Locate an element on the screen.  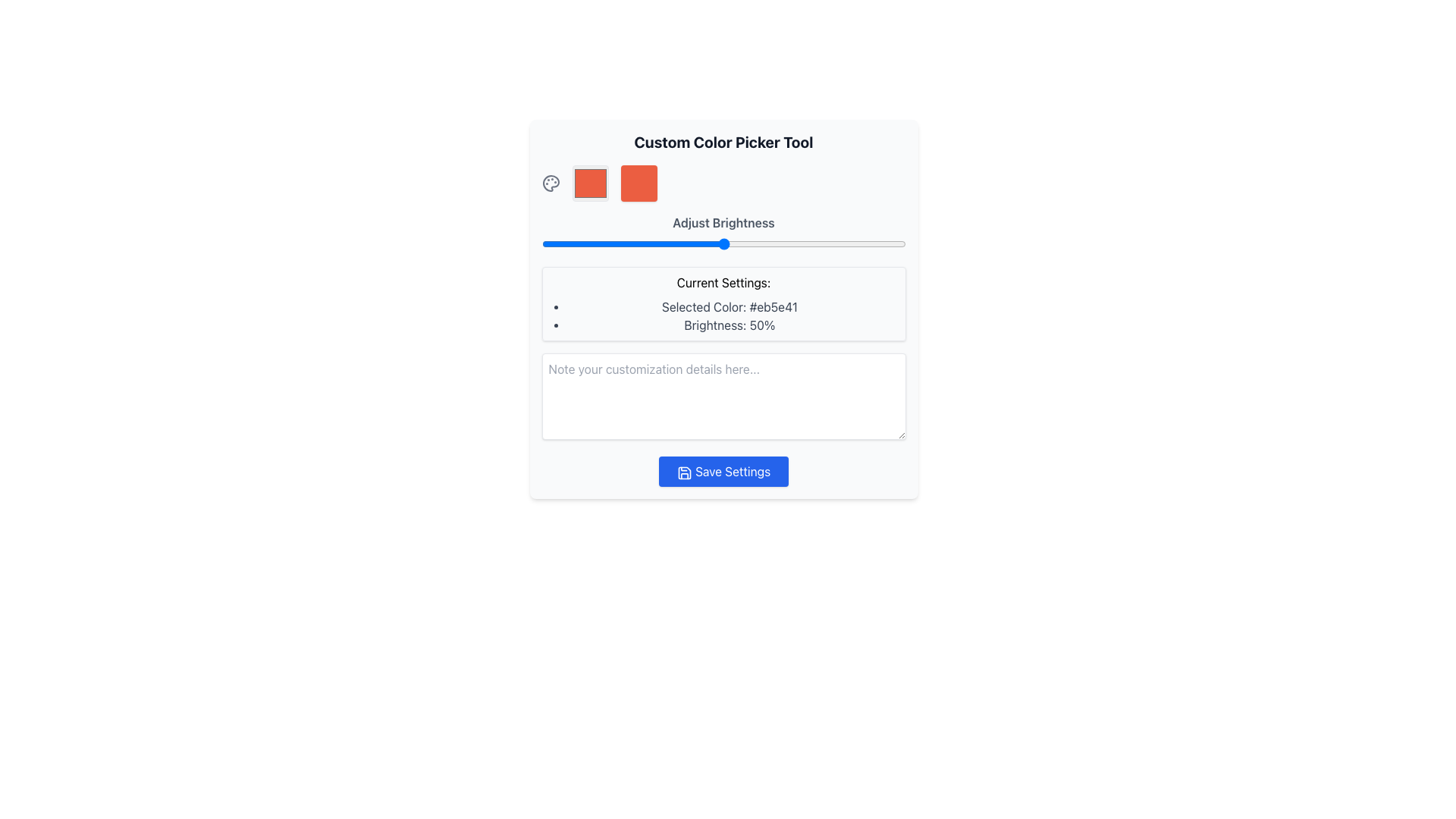
the horizontal segmented component for color selection located below the 'Custom Color Picker Tool' title is located at coordinates (723, 183).